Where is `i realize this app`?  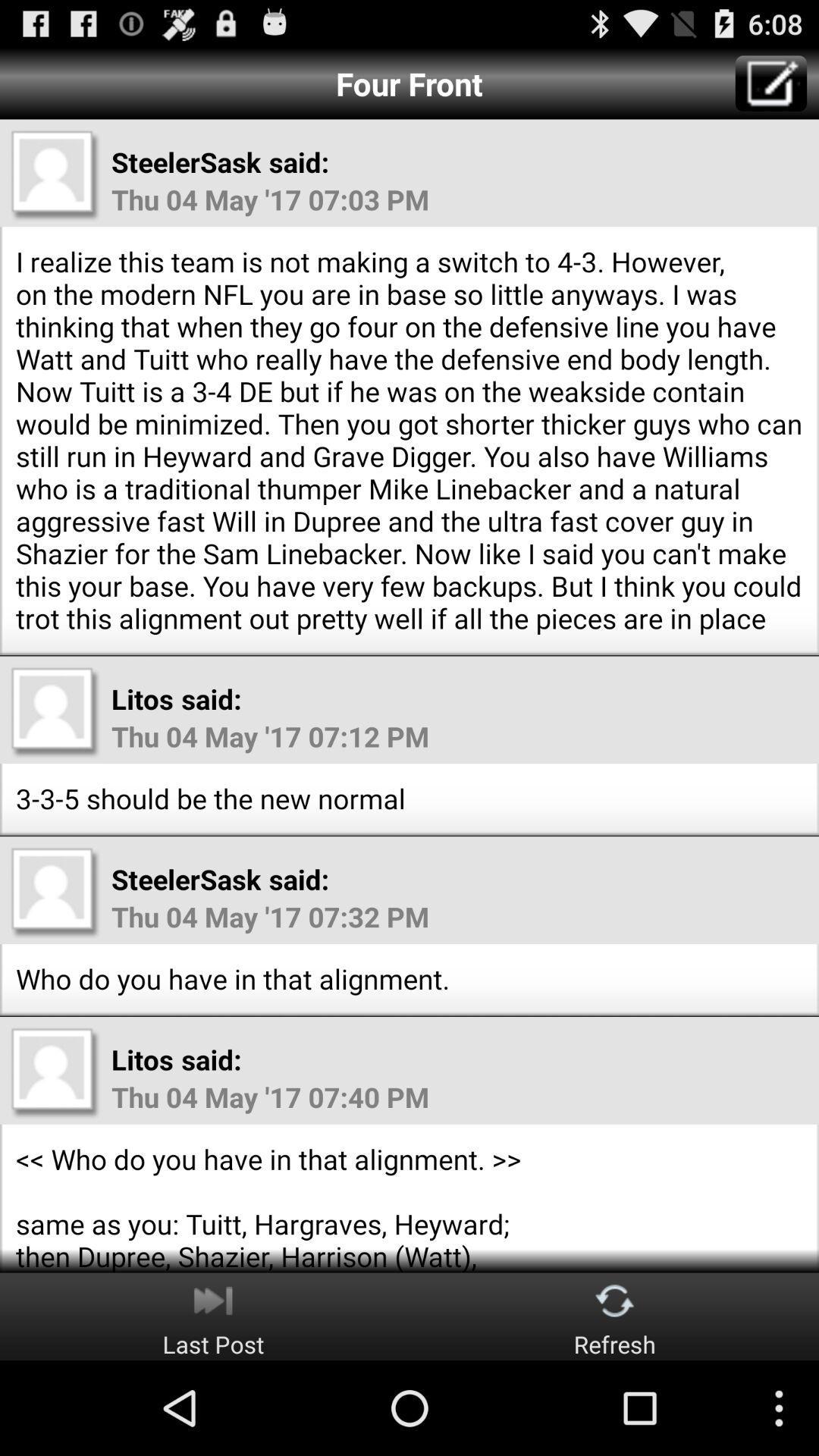 i realize this app is located at coordinates (409, 439).